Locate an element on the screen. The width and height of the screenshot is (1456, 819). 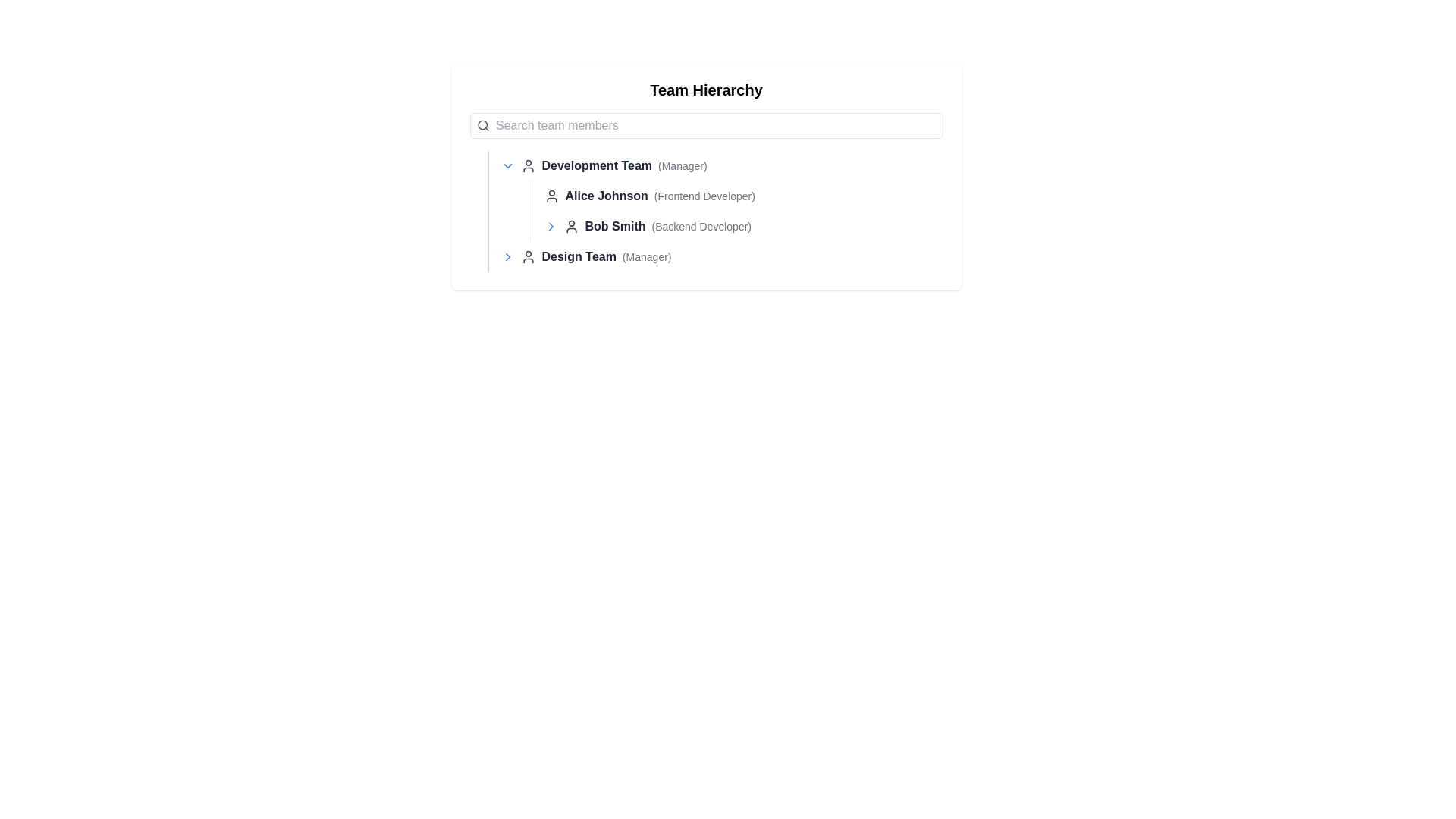
to select the 'Design Team' entry in the list under the 'Team Hierarchy' section is located at coordinates (720, 256).